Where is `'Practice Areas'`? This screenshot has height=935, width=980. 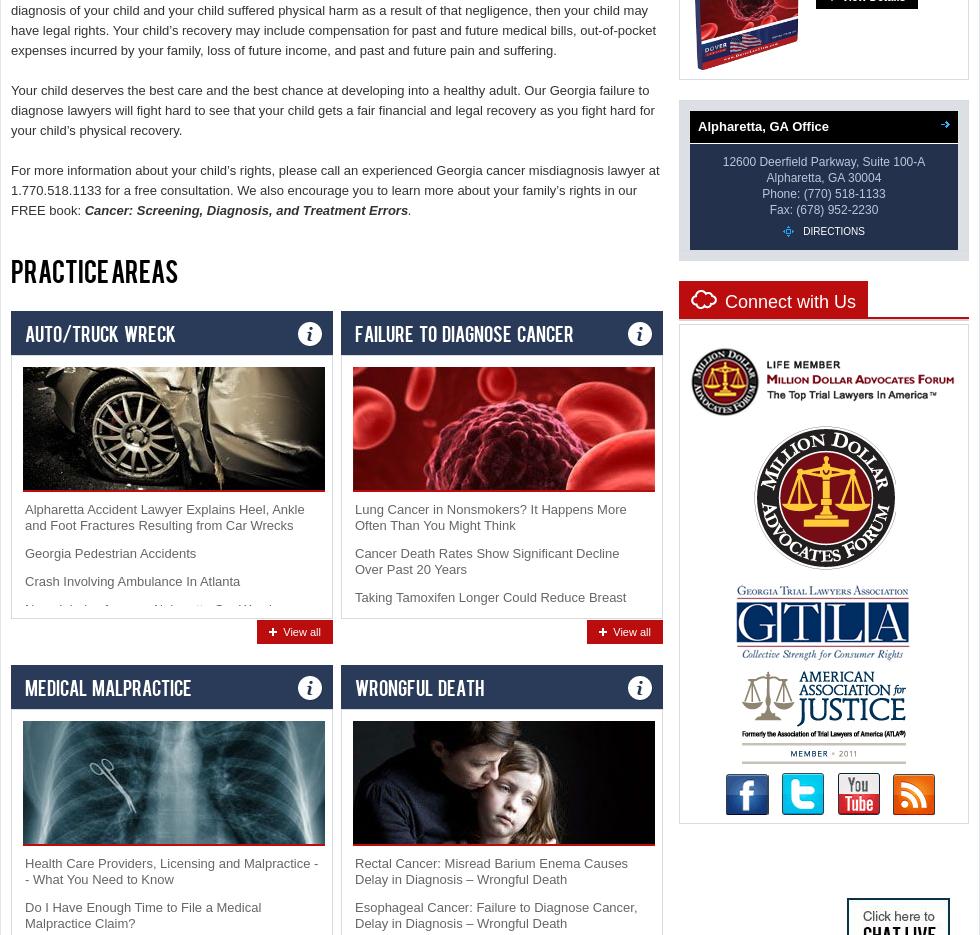 'Practice Areas' is located at coordinates (94, 269).